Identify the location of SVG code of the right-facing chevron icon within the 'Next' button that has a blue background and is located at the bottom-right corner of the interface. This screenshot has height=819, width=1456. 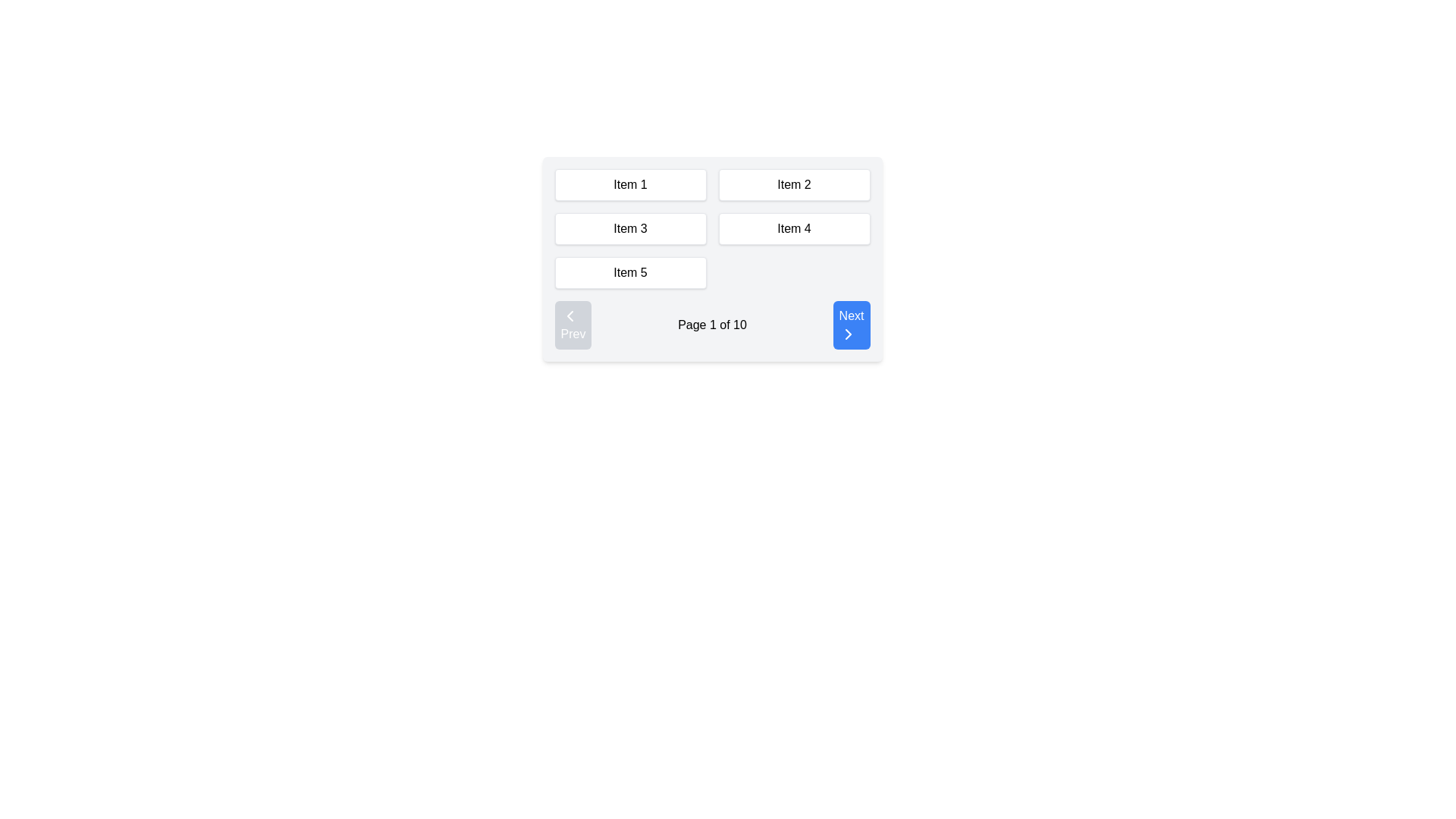
(847, 333).